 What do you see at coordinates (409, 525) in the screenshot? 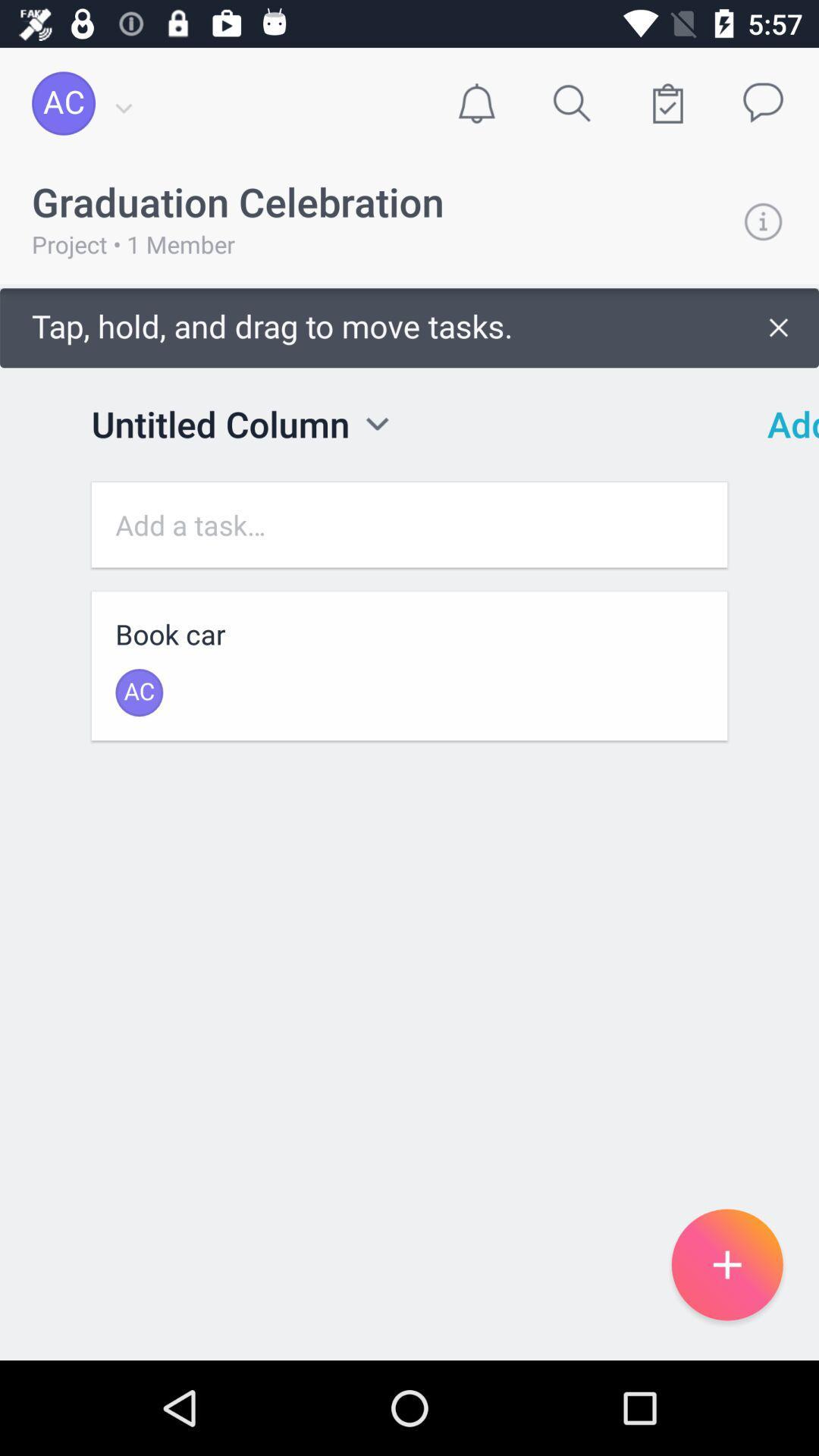
I see `task name` at bounding box center [409, 525].